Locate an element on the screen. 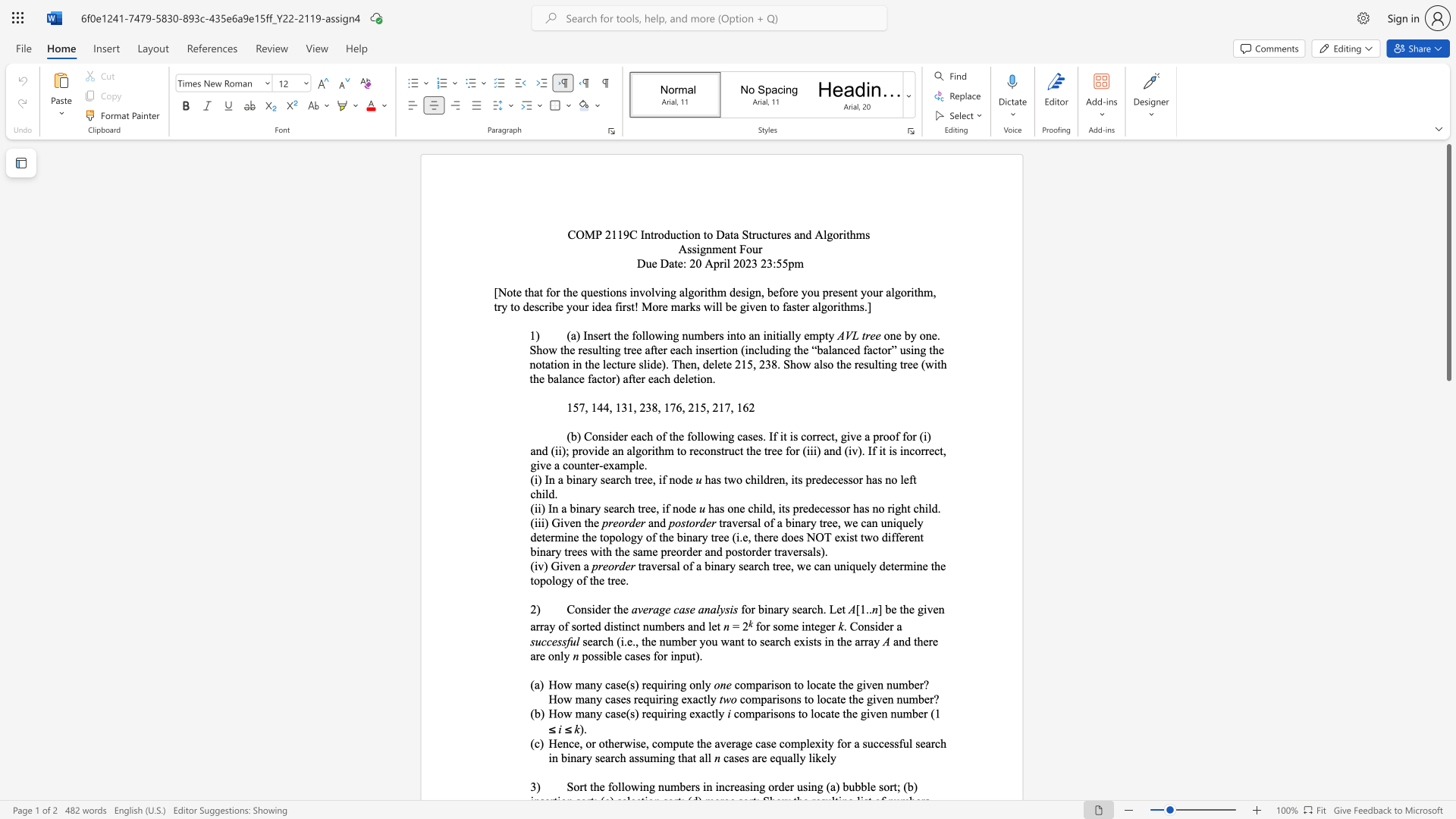  the subset text "iven number? How many cases requiring" within the text "comparison to locate the given number? How many cases requiring exactly" is located at coordinates (862, 685).